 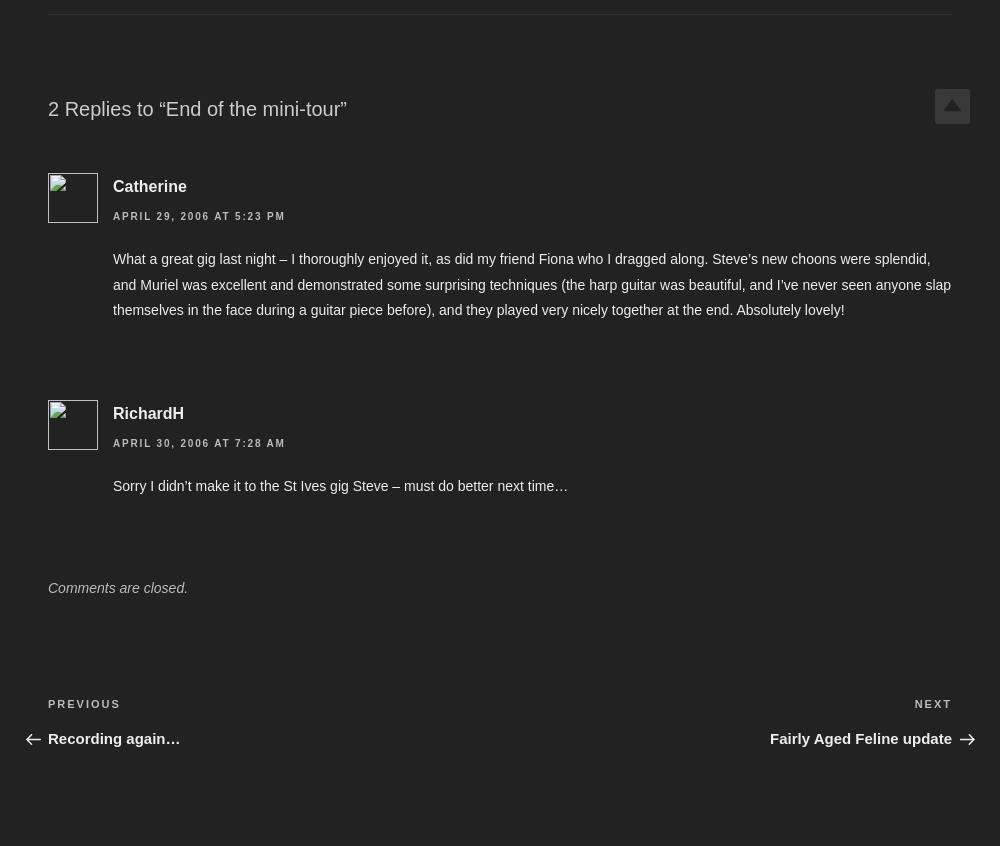 What do you see at coordinates (117, 586) in the screenshot?
I see `'Comments are closed.'` at bounding box center [117, 586].